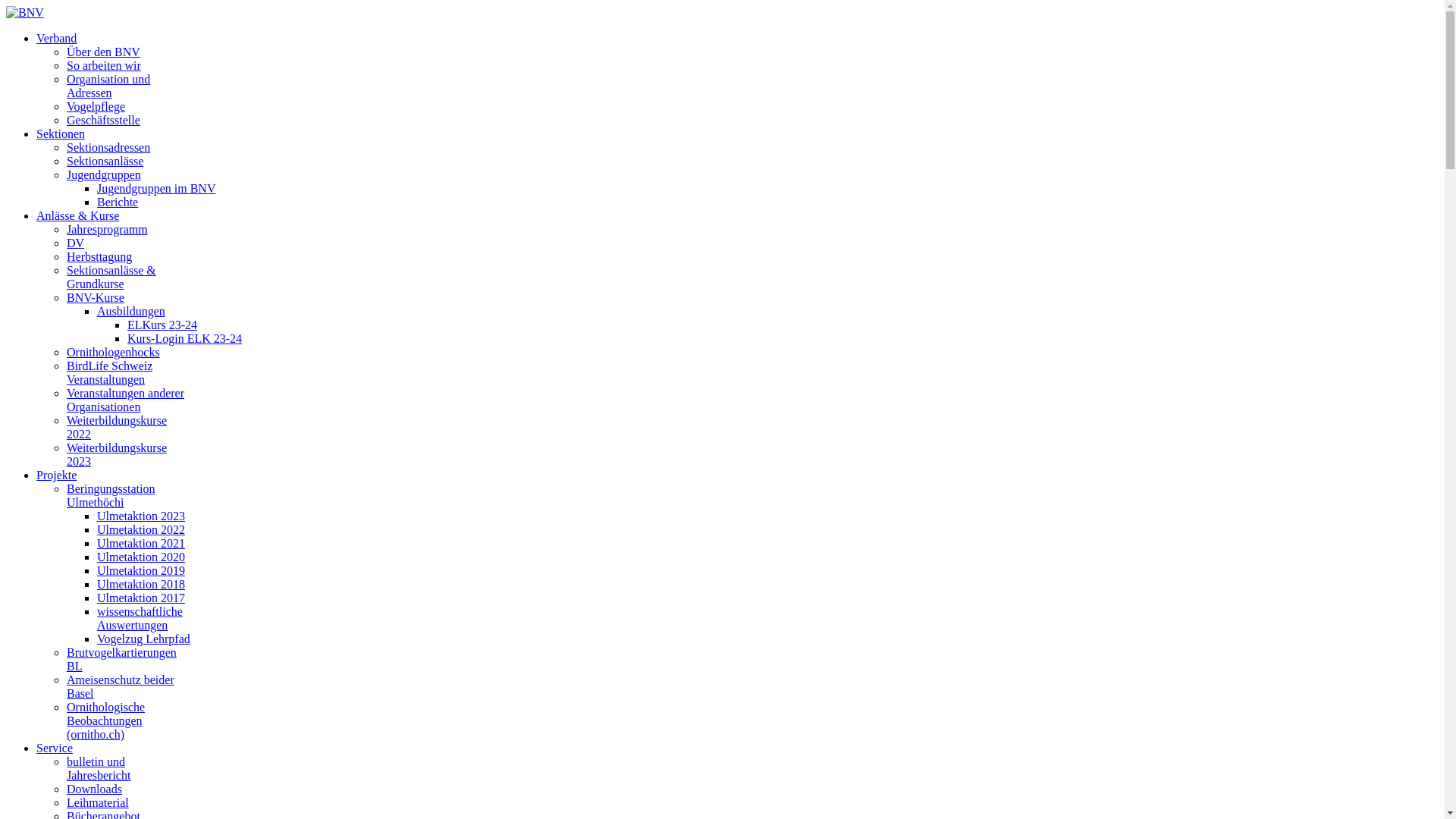 The width and height of the screenshot is (1456, 819). What do you see at coordinates (106, 229) in the screenshot?
I see `'Jahresprogramm'` at bounding box center [106, 229].